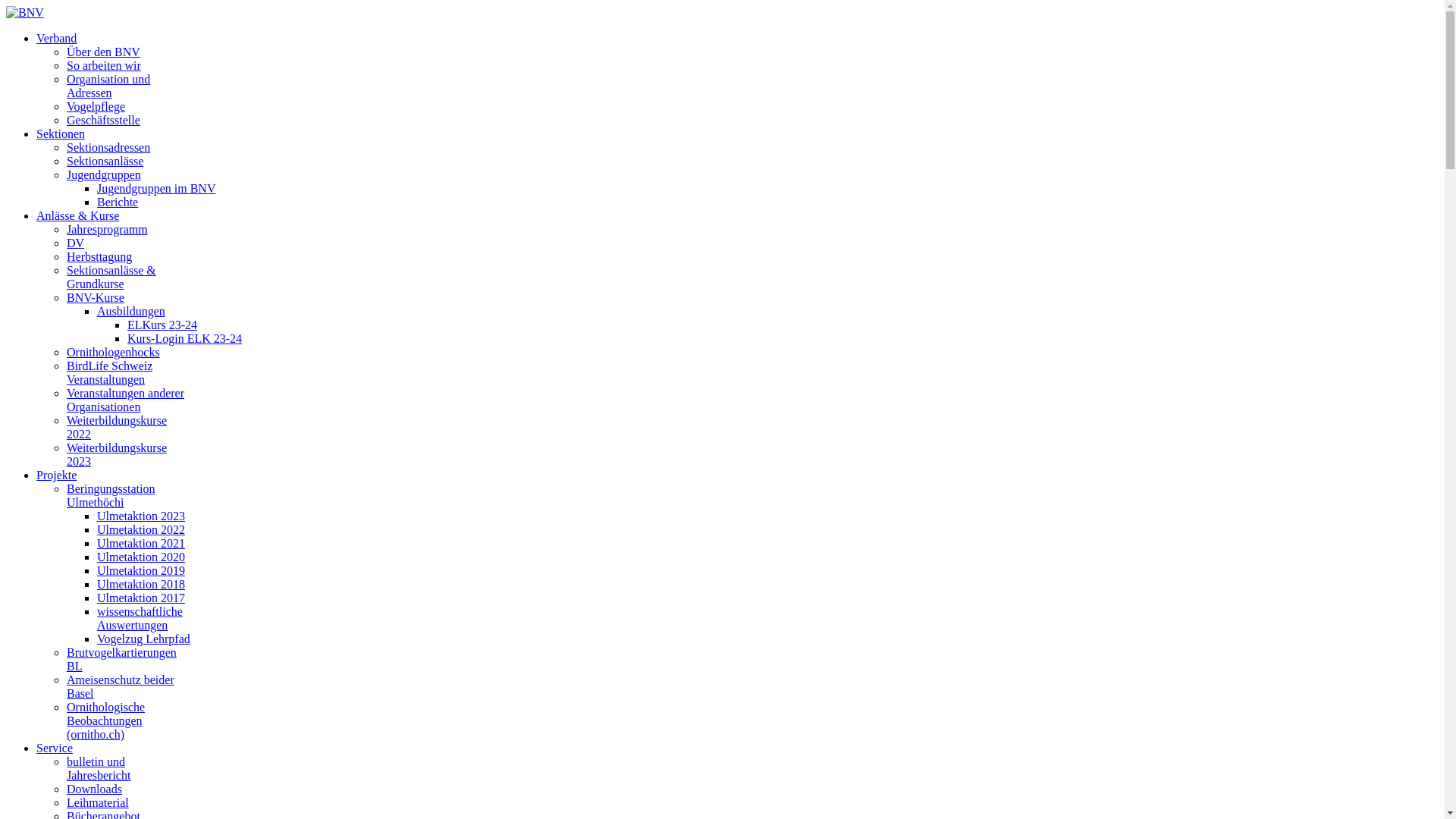 The width and height of the screenshot is (1456, 819). What do you see at coordinates (106, 229) in the screenshot?
I see `'Jahresprogramm'` at bounding box center [106, 229].